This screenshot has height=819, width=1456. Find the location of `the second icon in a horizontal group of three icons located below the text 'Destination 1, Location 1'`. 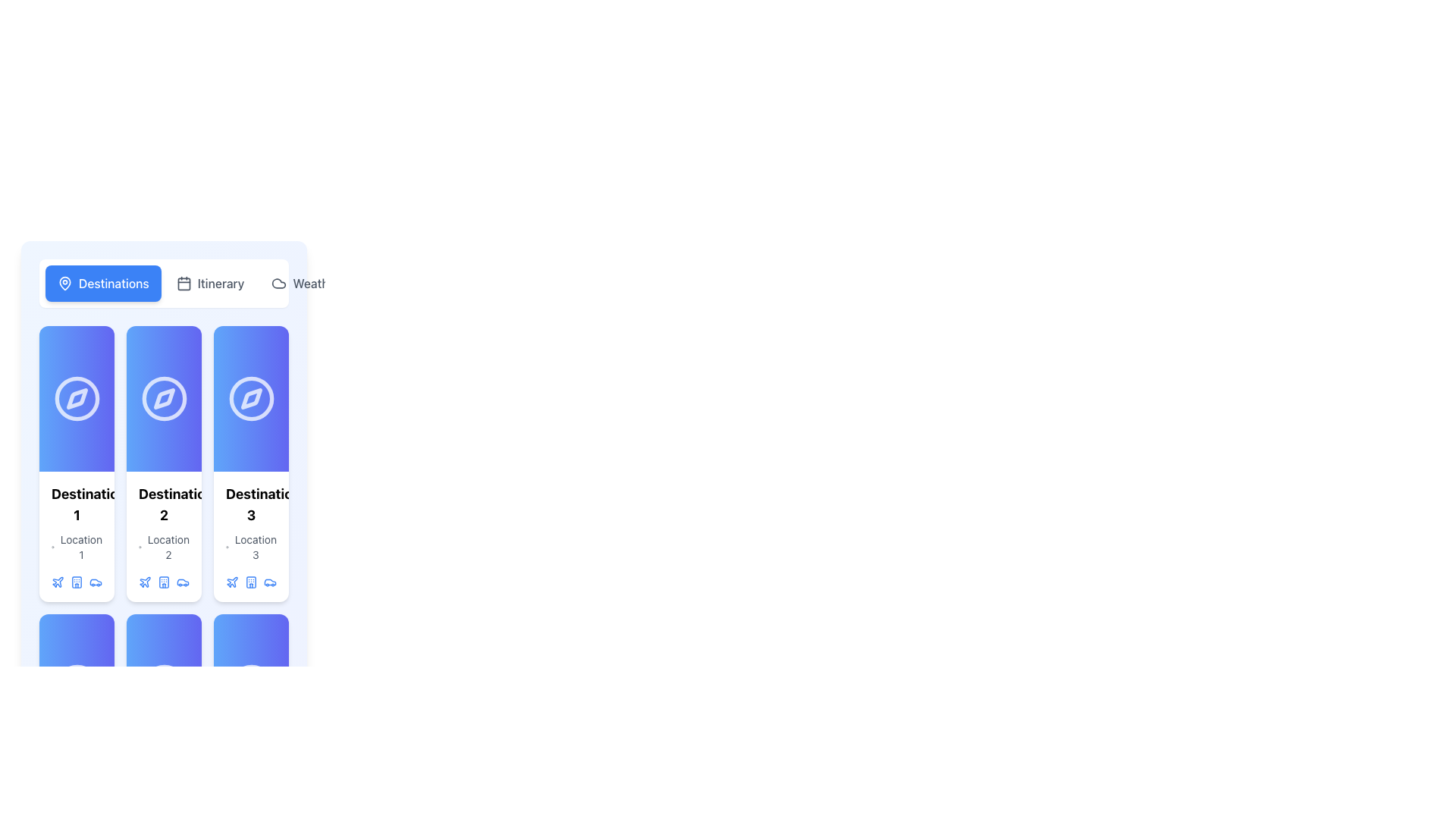

the second icon in a horizontal group of three icons located below the text 'Destination 1, Location 1' is located at coordinates (76, 581).